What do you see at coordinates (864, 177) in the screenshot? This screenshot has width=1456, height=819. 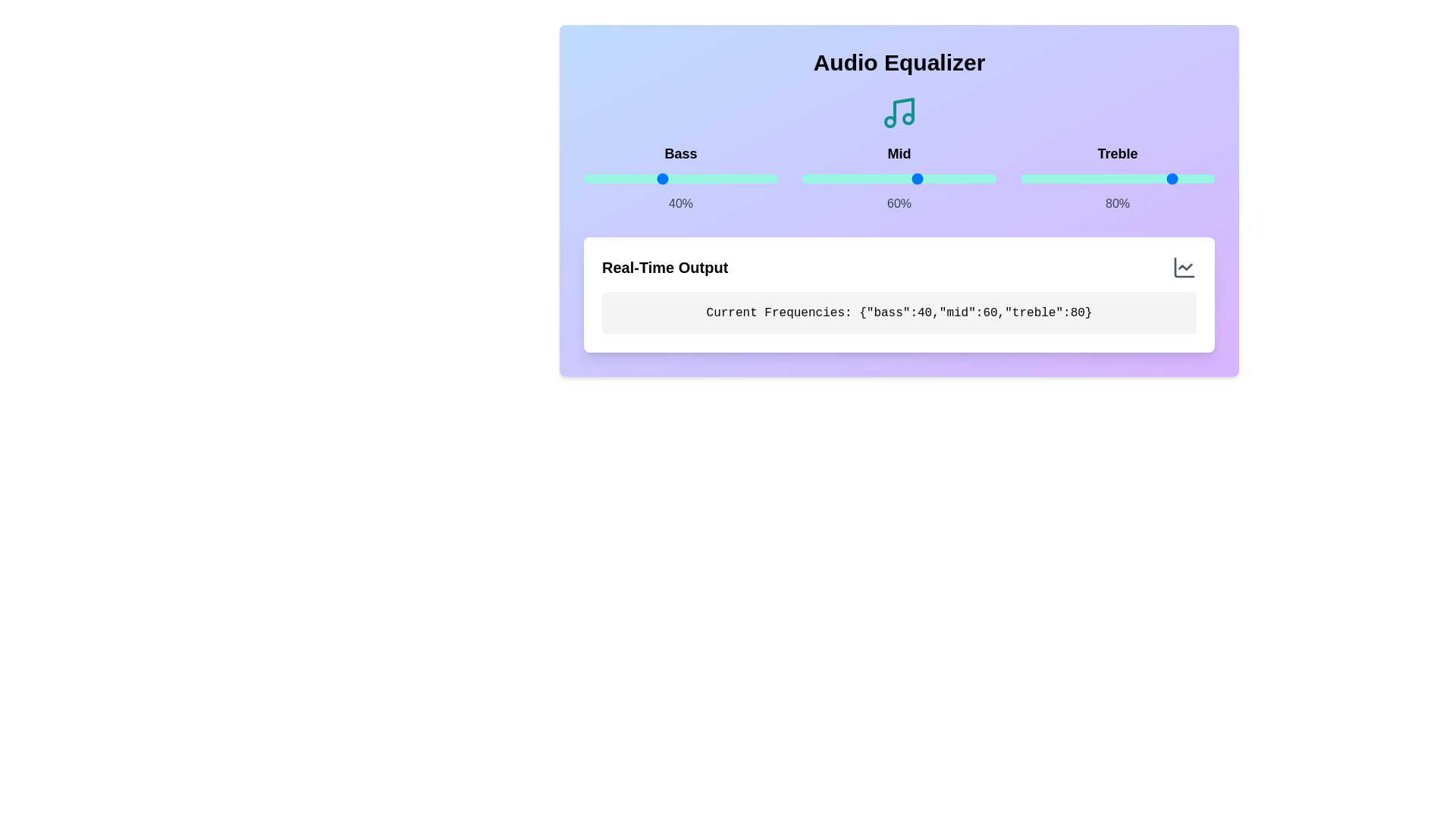 I see `the 'Mid' frequency level` at bounding box center [864, 177].